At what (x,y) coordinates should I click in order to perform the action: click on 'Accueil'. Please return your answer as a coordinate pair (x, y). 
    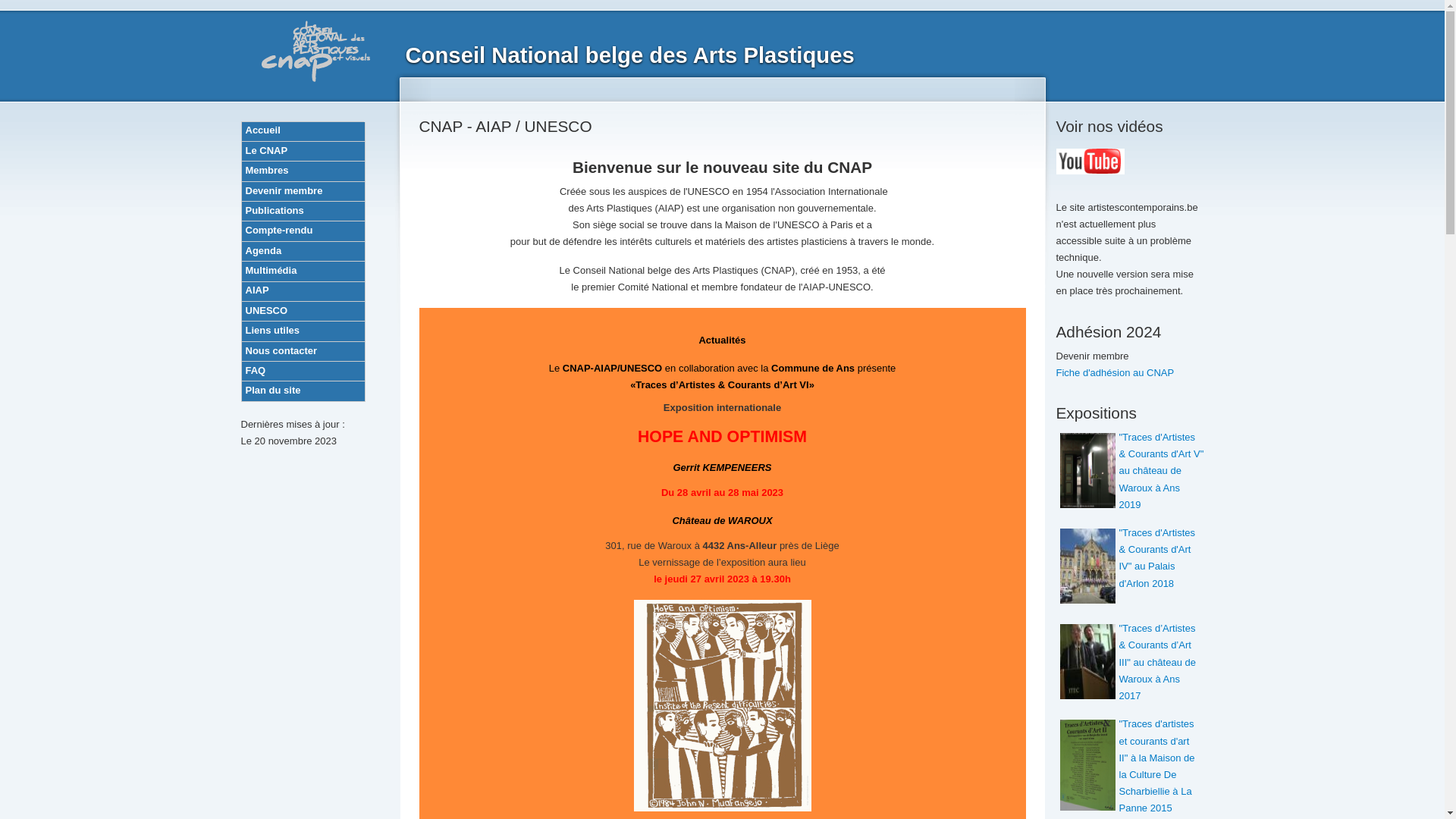
    Looking at the image, I should click on (303, 129).